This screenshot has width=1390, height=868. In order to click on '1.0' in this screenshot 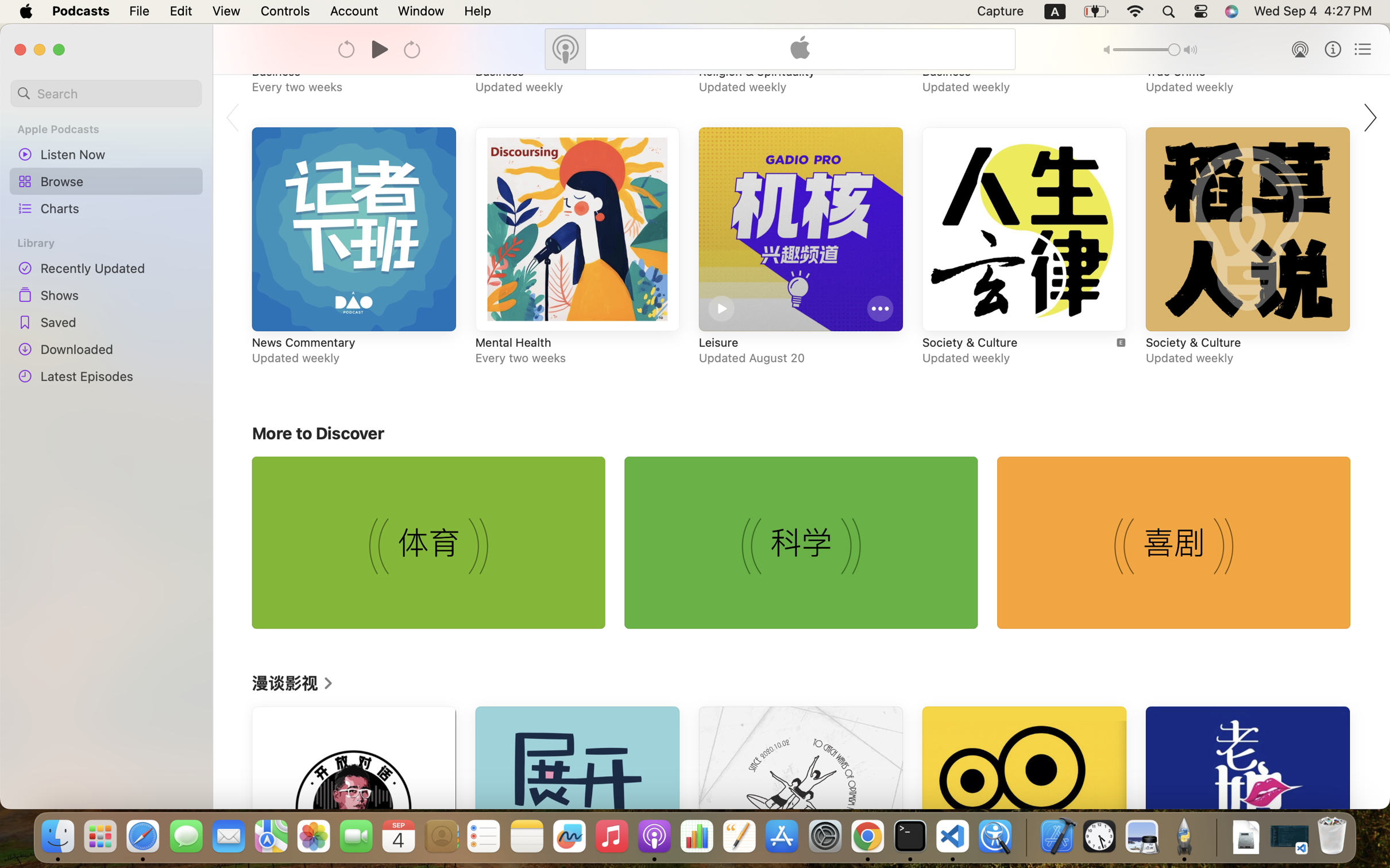, I will do `click(1146, 49)`.